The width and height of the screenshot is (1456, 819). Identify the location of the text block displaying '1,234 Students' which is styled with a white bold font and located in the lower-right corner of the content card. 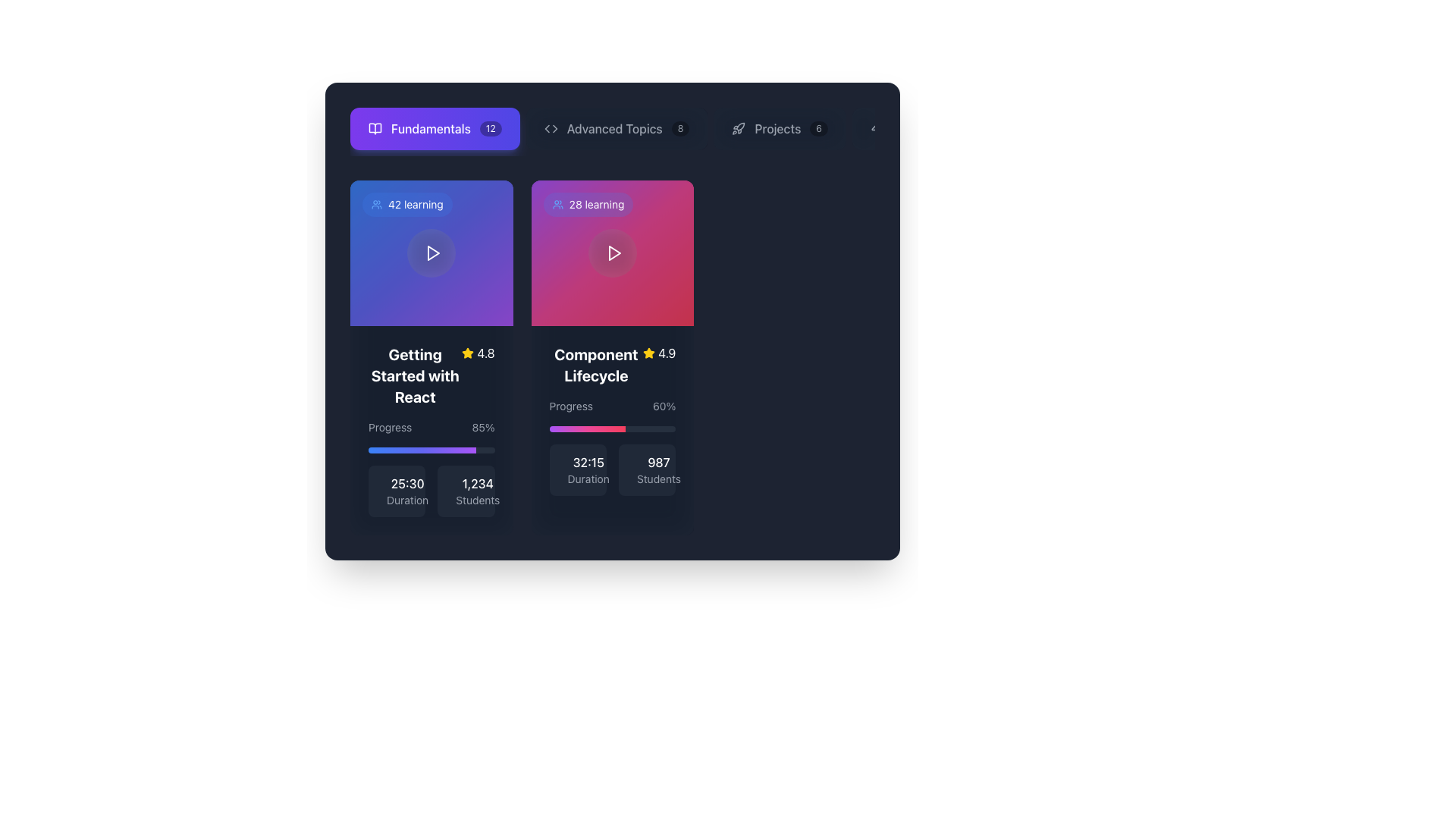
(477, 491).